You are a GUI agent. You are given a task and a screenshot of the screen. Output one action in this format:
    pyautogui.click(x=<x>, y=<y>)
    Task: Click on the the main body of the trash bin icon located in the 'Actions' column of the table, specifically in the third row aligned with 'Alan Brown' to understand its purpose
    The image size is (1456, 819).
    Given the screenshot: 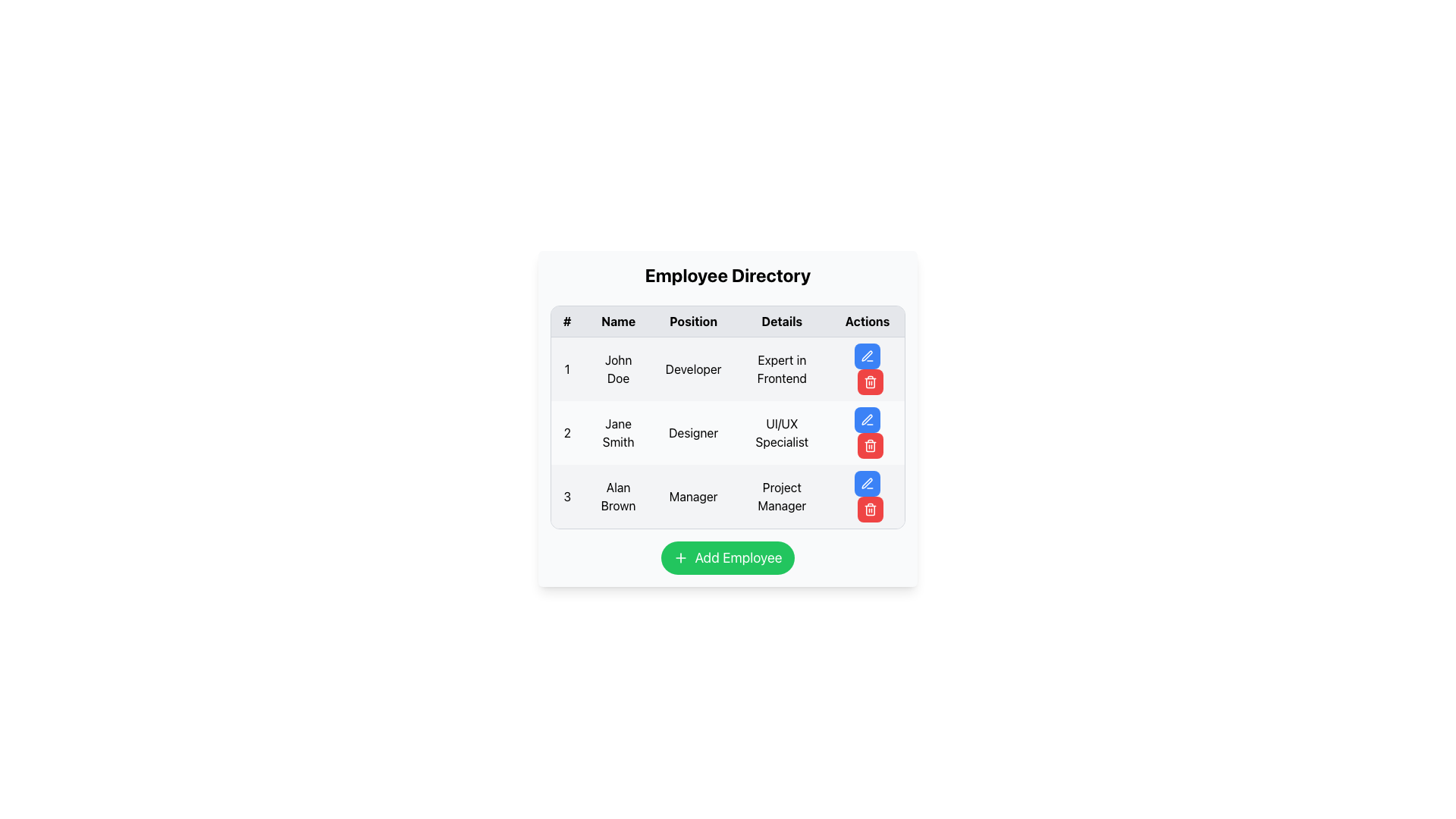 What is the action you would take?
    pyautogui.click(x=871, y=510)
    